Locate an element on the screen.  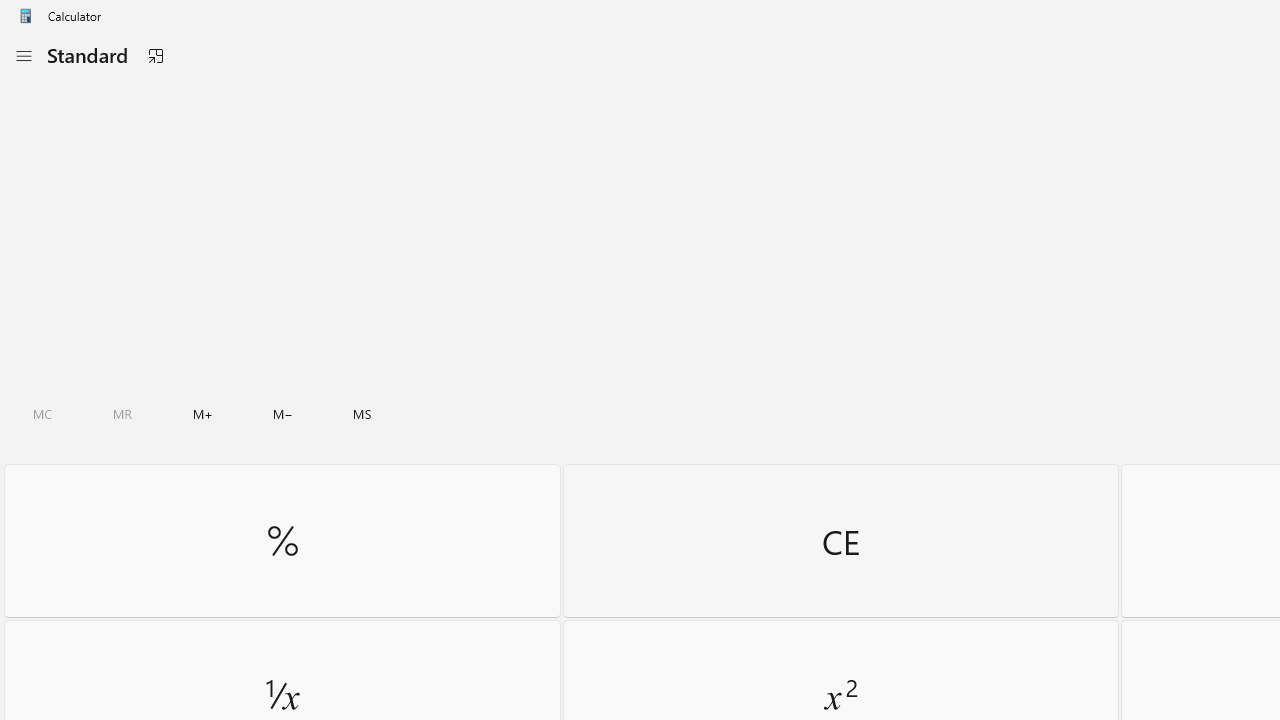
'Open Navigation' is located at coordinates (23, 55).